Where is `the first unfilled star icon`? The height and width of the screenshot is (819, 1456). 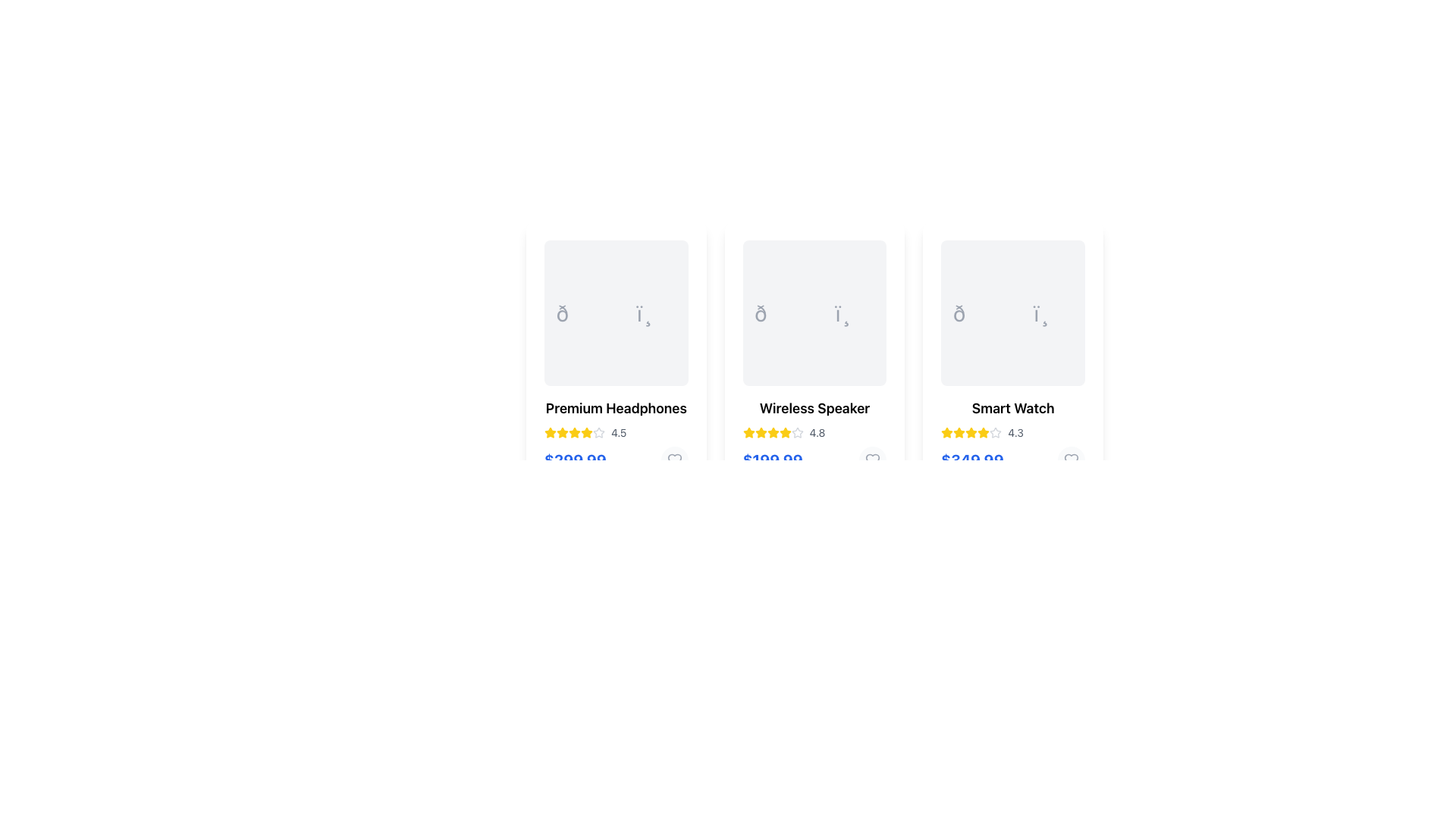
the first unfilled star icon is located at coordinates (598, 432).